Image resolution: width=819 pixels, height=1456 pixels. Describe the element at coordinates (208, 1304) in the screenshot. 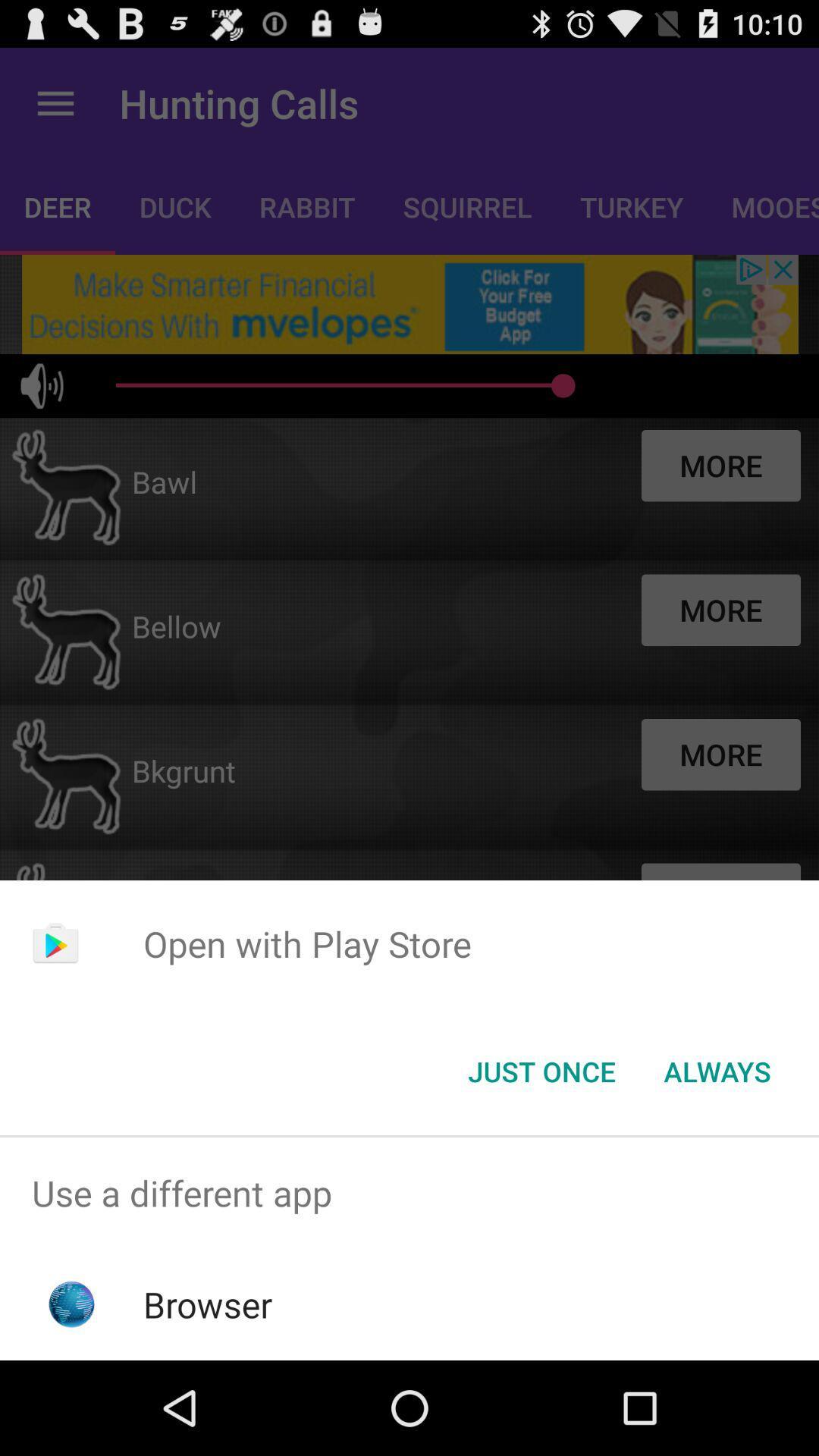

I see `item below use a different` at that location.